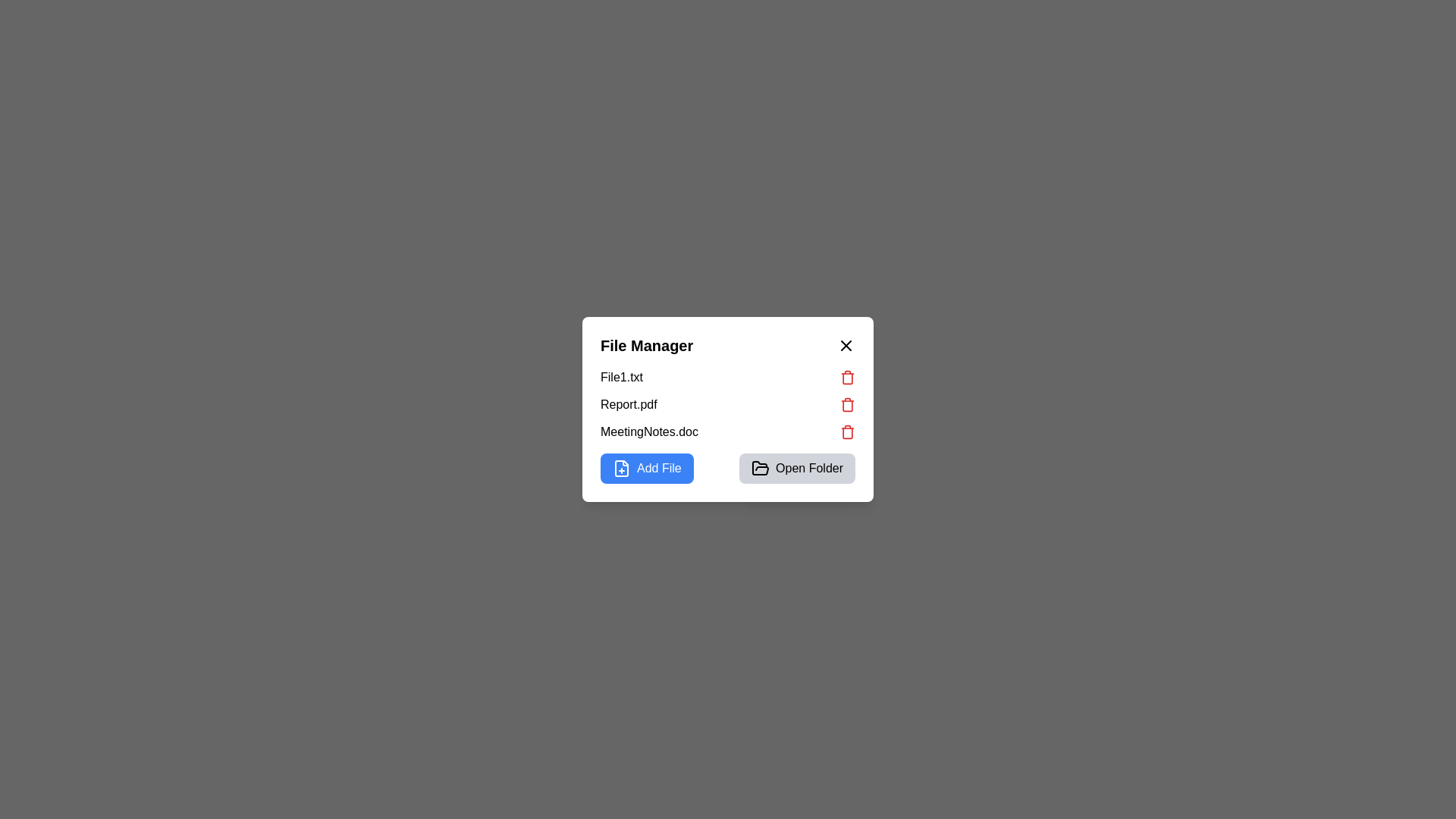 Image resolution: width=1456 pixels, height=819 pixels. What do you see at coordinates (728, 403) in the screenshot?
I see `the delete button of the 'Report.pdf' file in the file manager, which is the second row in the list of file entries` at bounding box center [728, 403].